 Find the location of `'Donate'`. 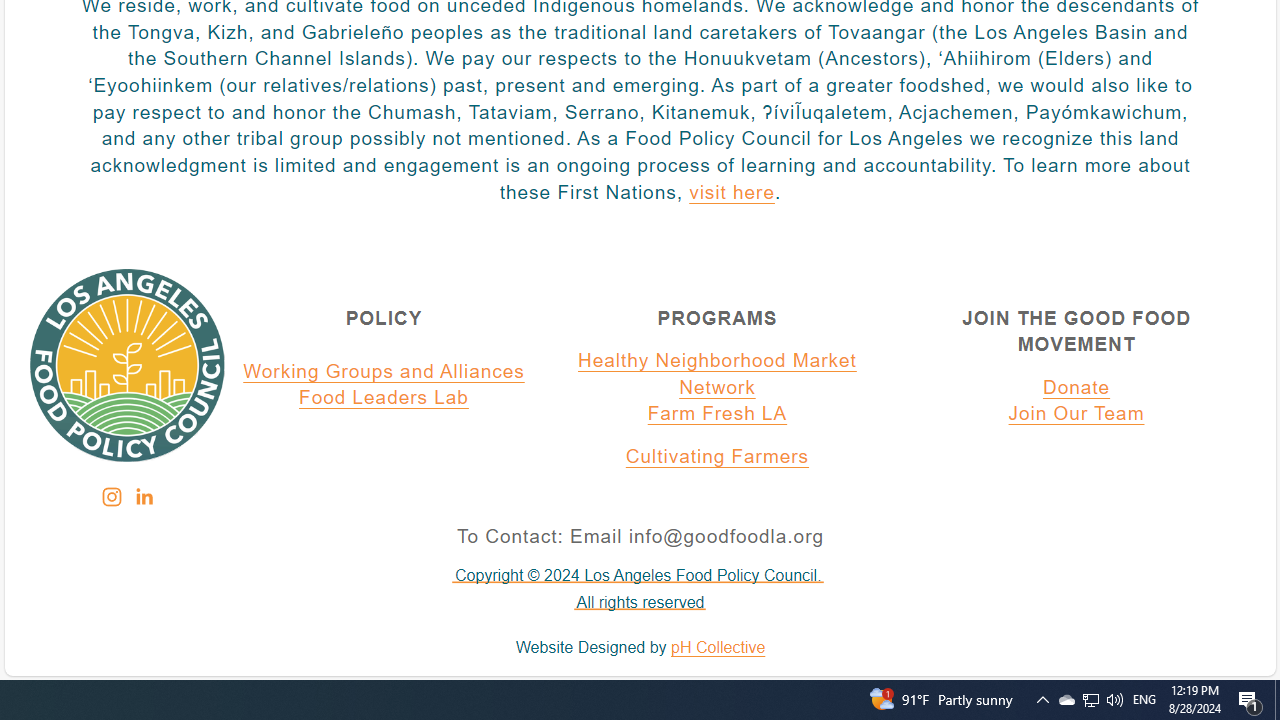

'Donate' is located at coordinates (1075, 387).